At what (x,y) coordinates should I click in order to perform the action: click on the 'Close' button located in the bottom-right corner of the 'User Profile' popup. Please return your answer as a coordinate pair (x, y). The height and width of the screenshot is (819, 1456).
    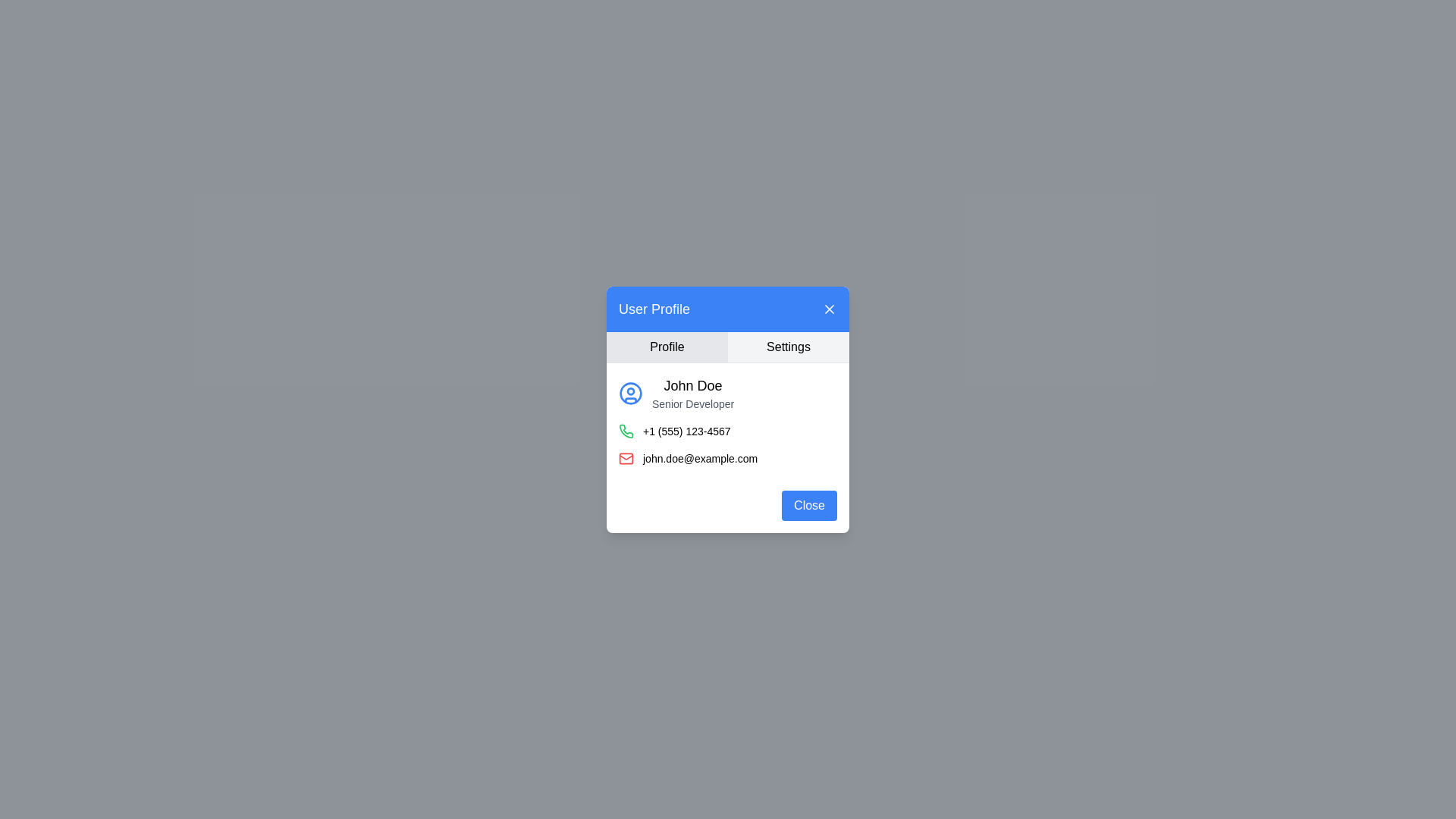
    Looking at the image, I should click on (808, 505).